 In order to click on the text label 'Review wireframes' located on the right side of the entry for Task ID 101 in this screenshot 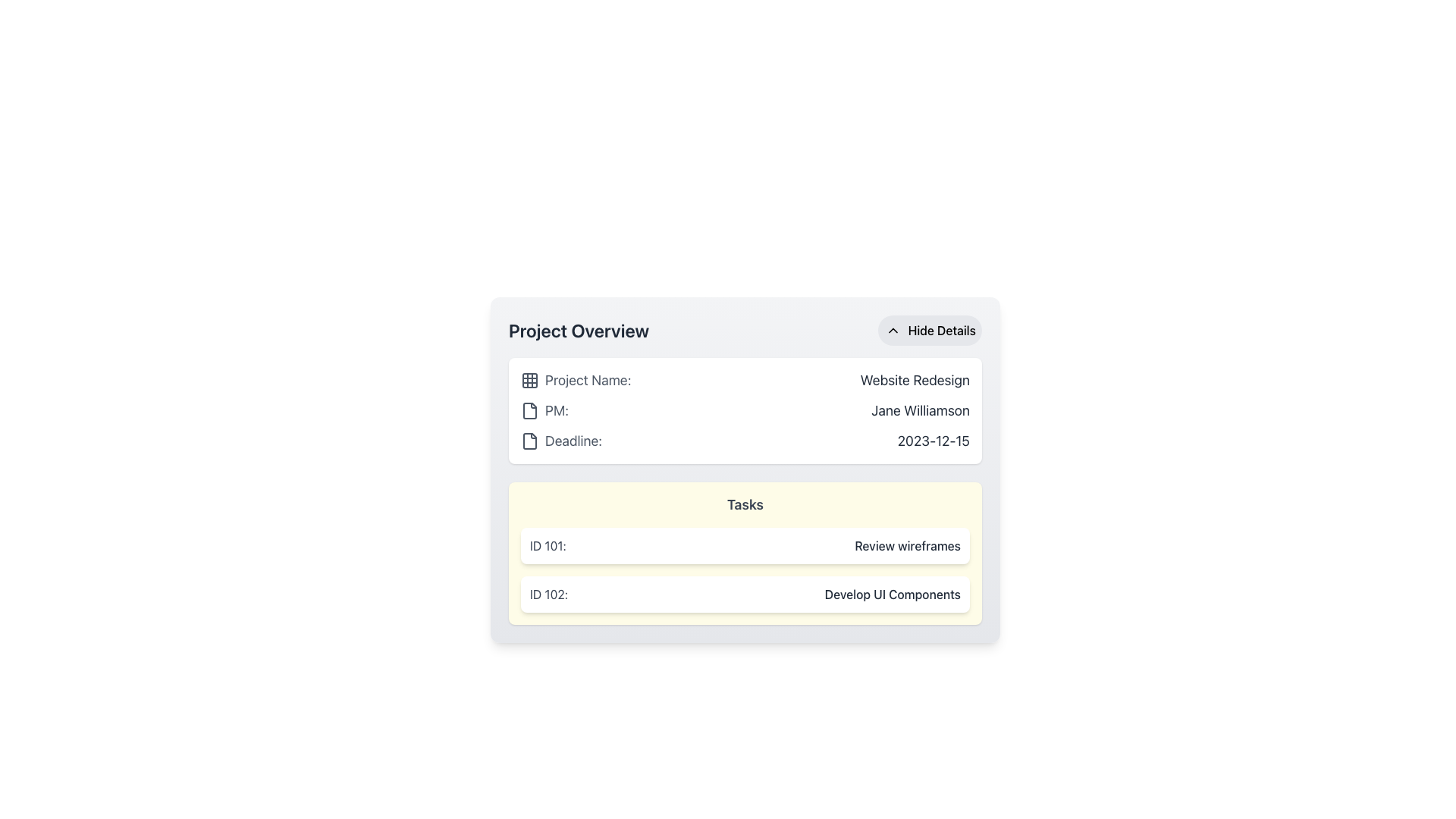, I will do `click(908, 546)`.